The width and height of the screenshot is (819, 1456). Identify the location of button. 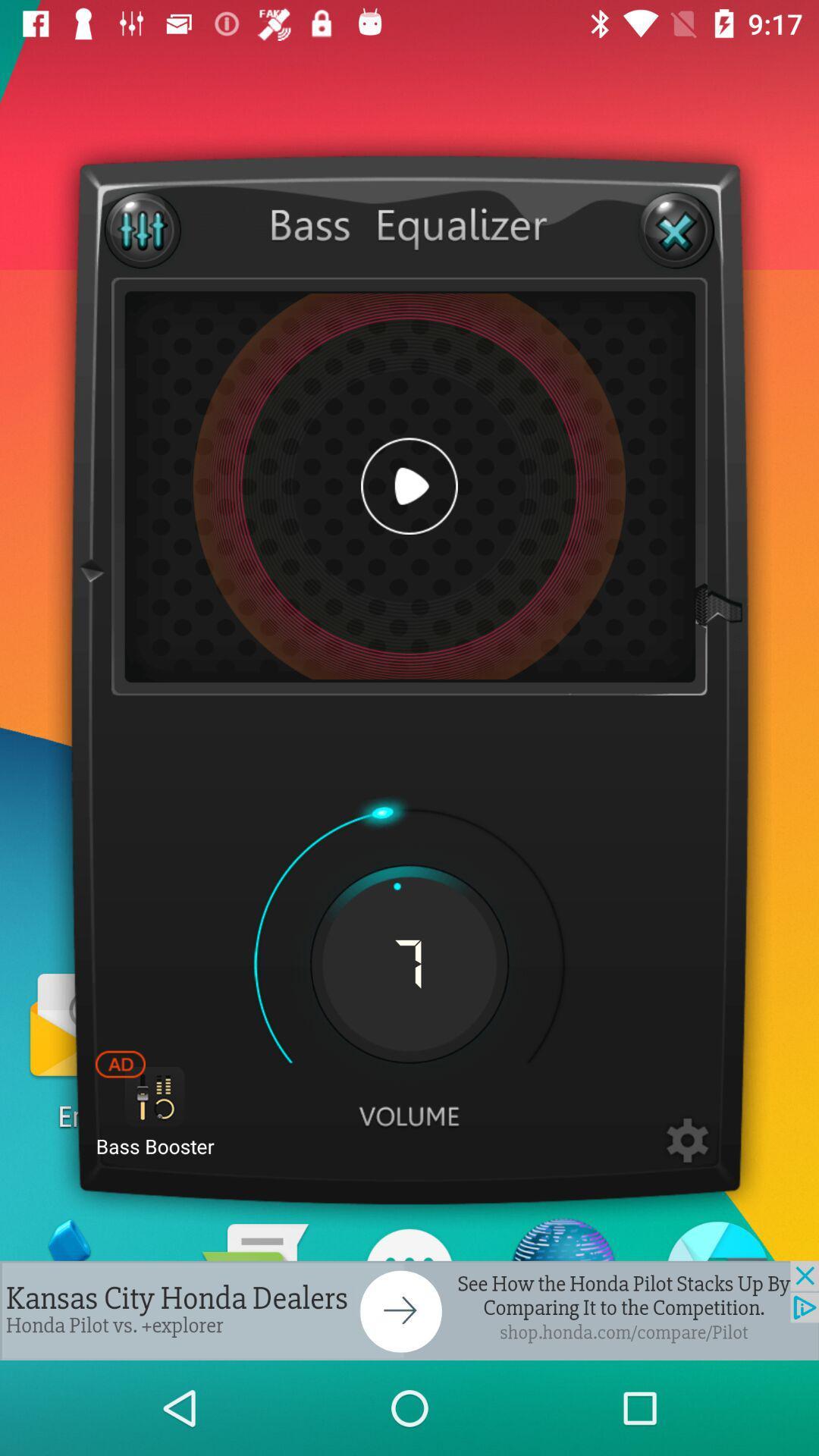
(409, 486).